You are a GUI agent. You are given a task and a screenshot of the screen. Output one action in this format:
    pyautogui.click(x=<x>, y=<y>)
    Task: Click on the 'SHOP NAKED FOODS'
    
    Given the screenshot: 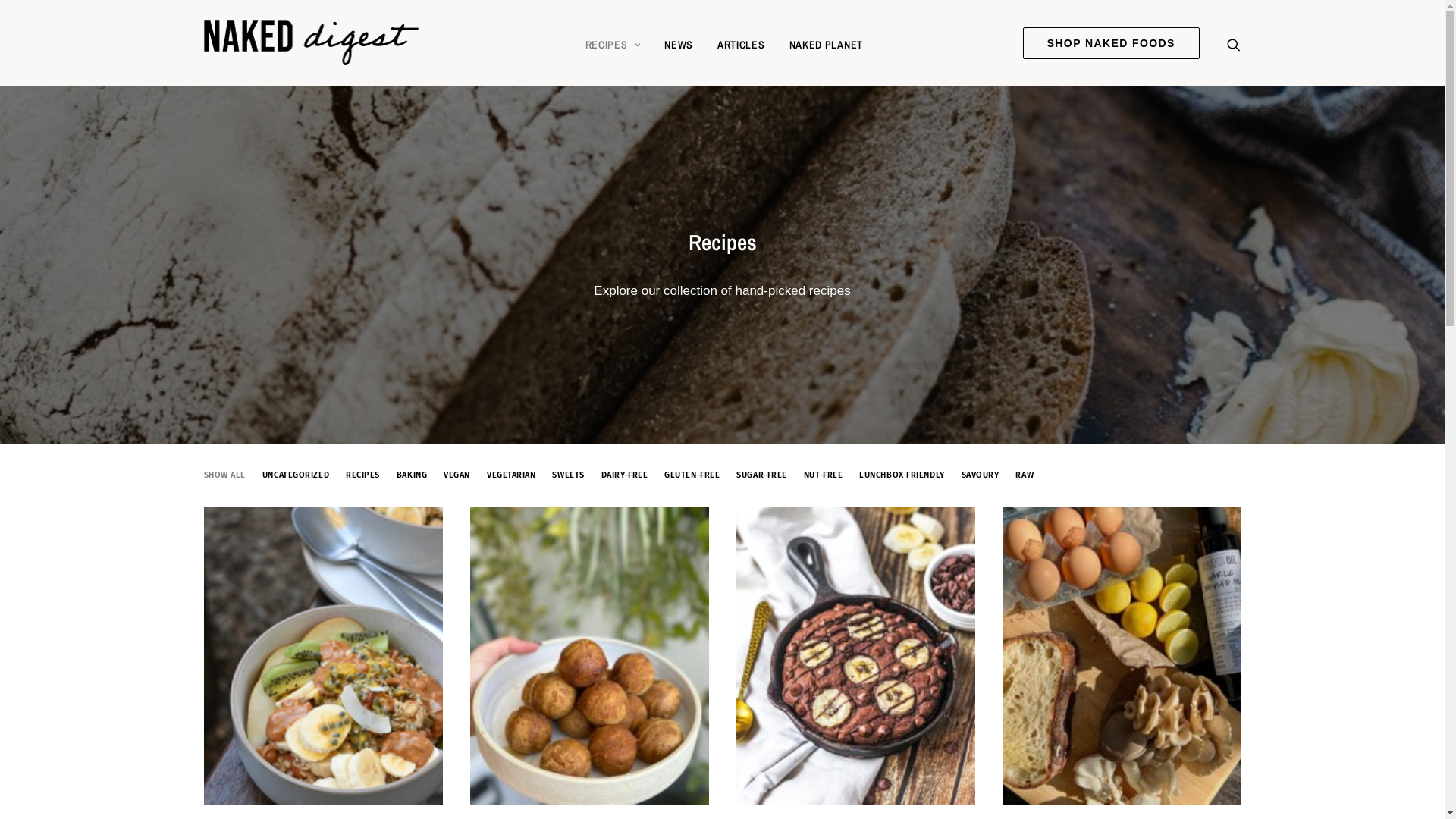 What is the action you would take?
    pyautogui.click(x=1114, y=42)
    